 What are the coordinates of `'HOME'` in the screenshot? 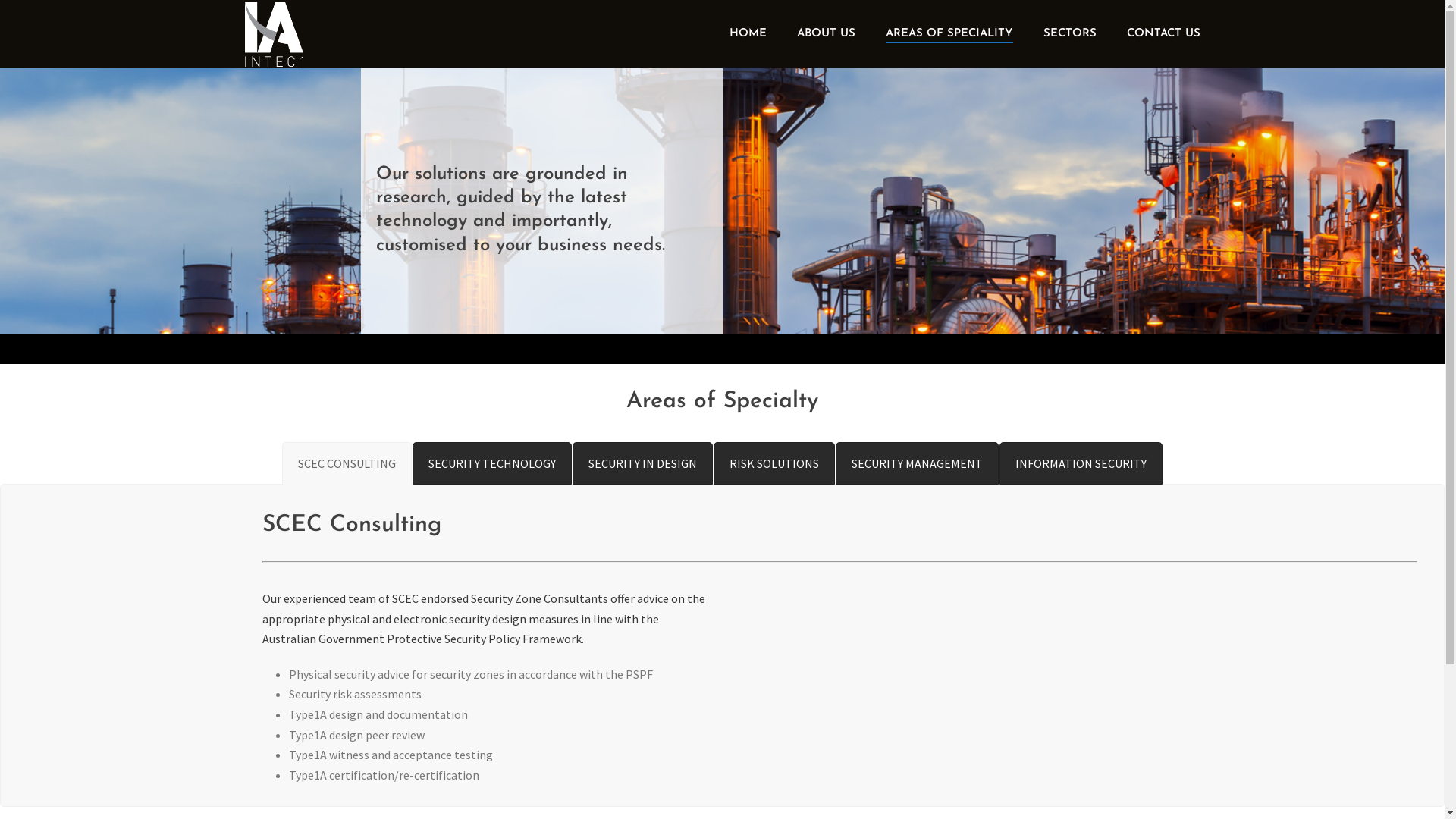 It's located at (713, 34).